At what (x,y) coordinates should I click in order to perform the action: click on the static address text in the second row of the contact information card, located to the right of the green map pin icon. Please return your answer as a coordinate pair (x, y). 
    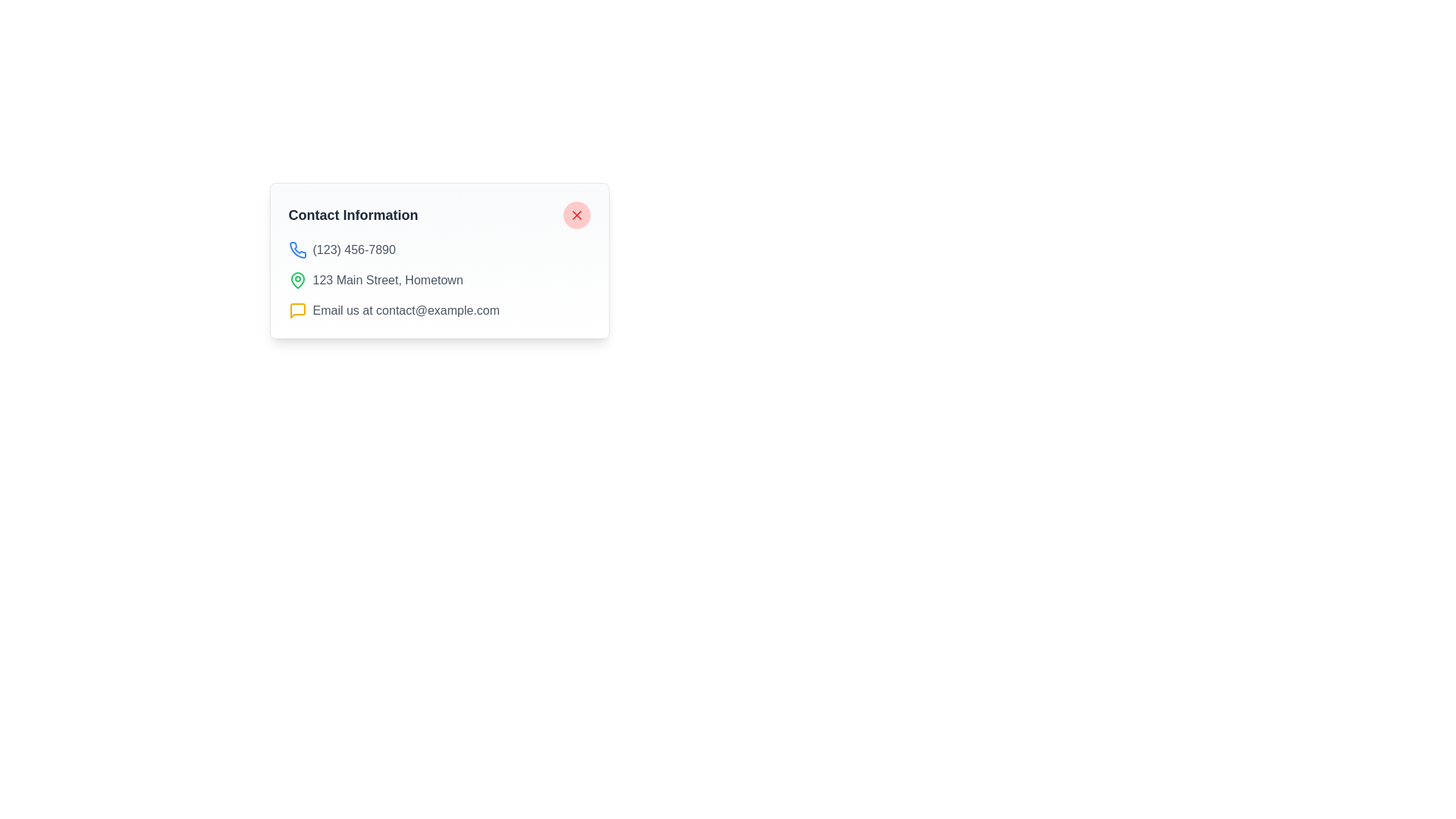
    Looking at the image, I should click on (388, 281).